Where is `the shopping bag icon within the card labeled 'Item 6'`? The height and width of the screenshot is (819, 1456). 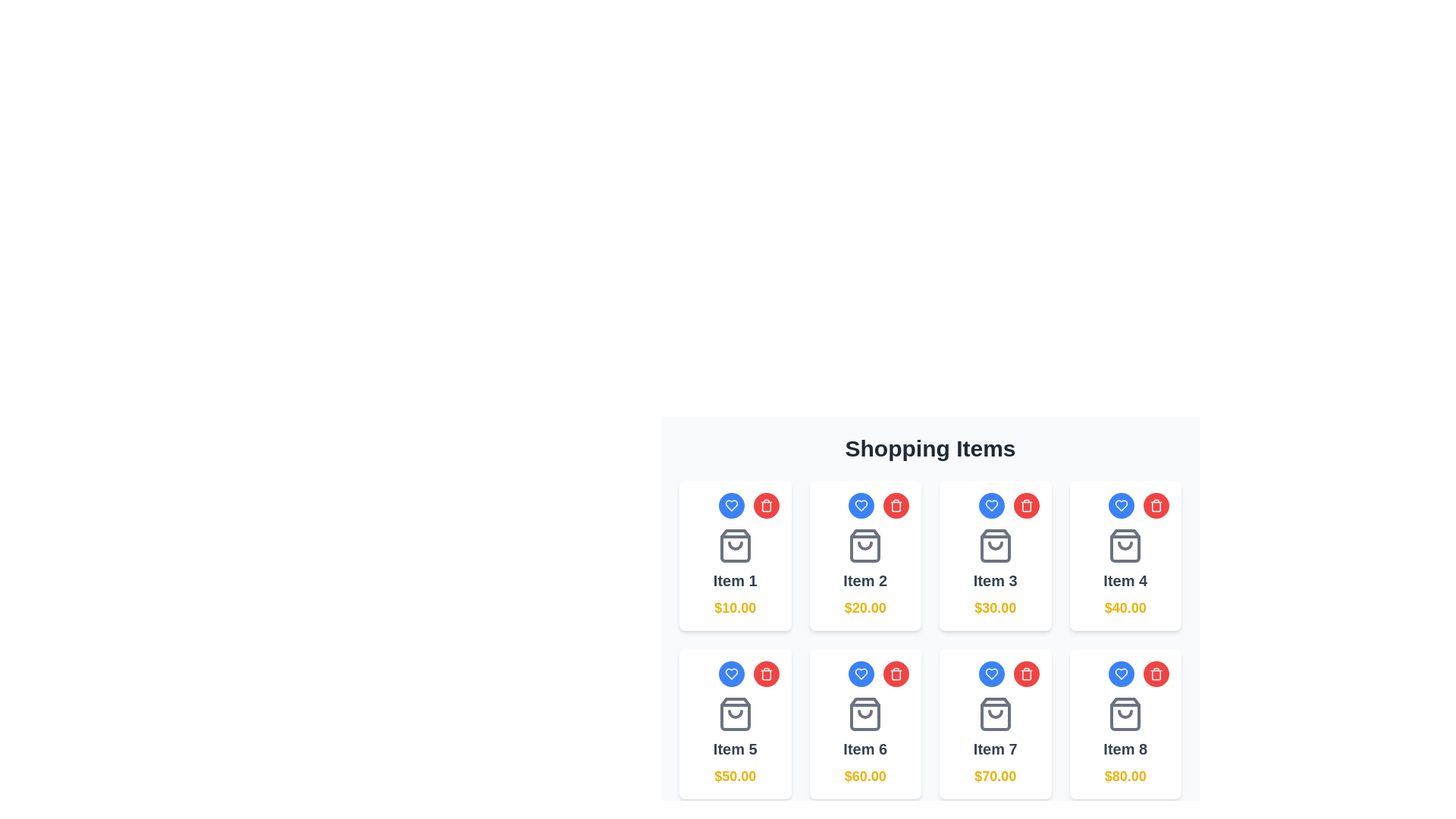 the shopping bag icon within the card labeled 'Item 6' is located at coordinates (865, 714).